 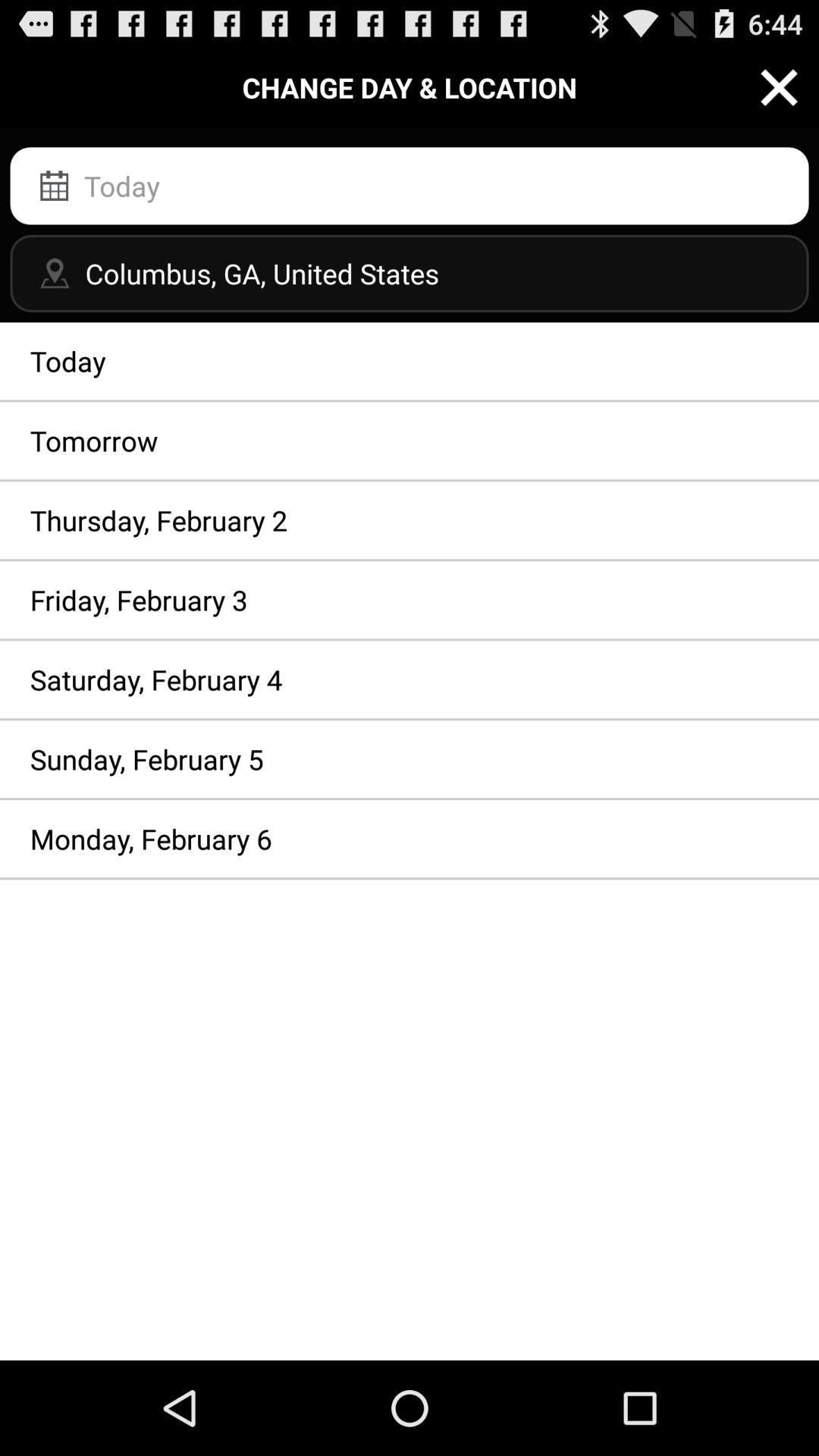 I want to click on item above the columbus ga united, so click(x=409, y=185).